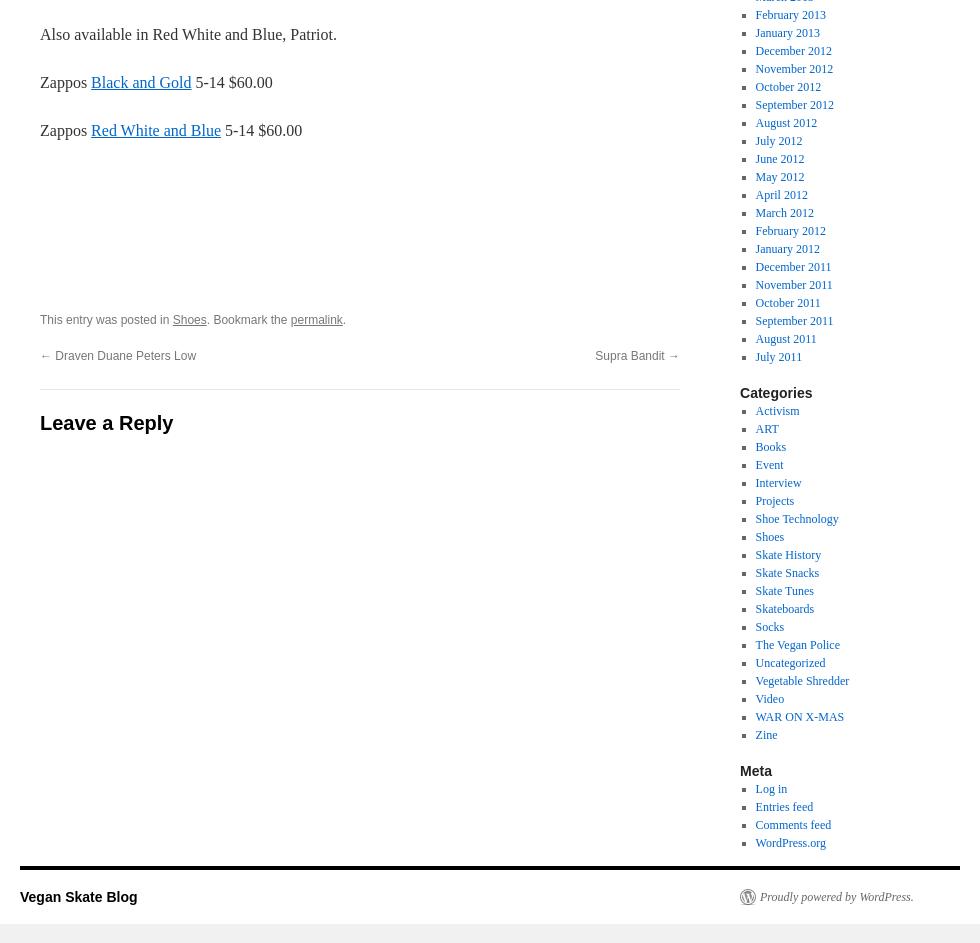 The width and height of the screenshot is (980, 943). Describe the element at coordinates (836, 895) in the screenshot. I see `'Proudly powered by WordPress.'` at that location.